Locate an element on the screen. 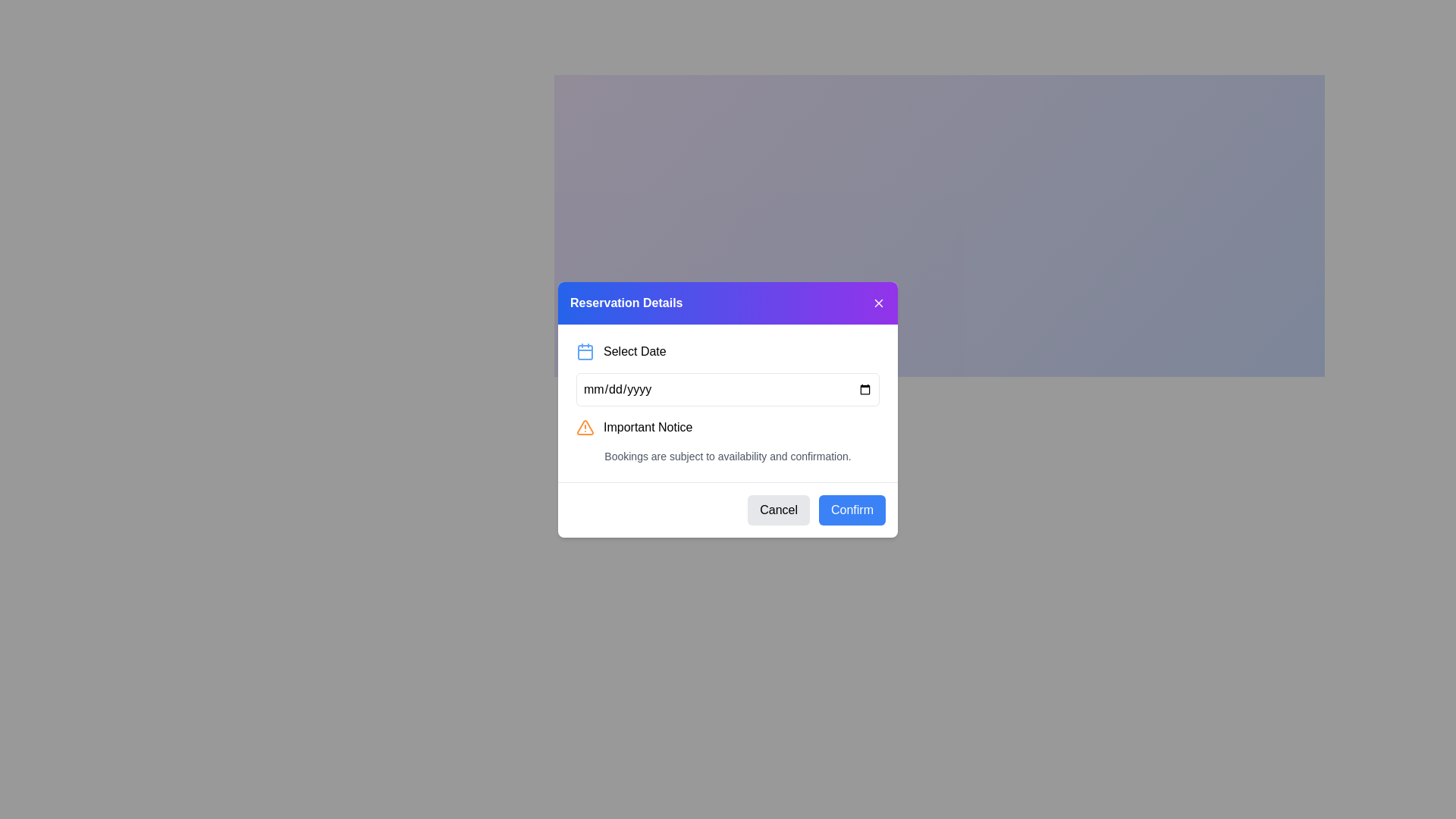 The height and width of the screenshot is (819, 1456). the calendar icon that represents the 'Select Date' feature, located to the left of the 'Select Date' text in the 'Reservation Details' dialog box is located at coordinates (585, 351).